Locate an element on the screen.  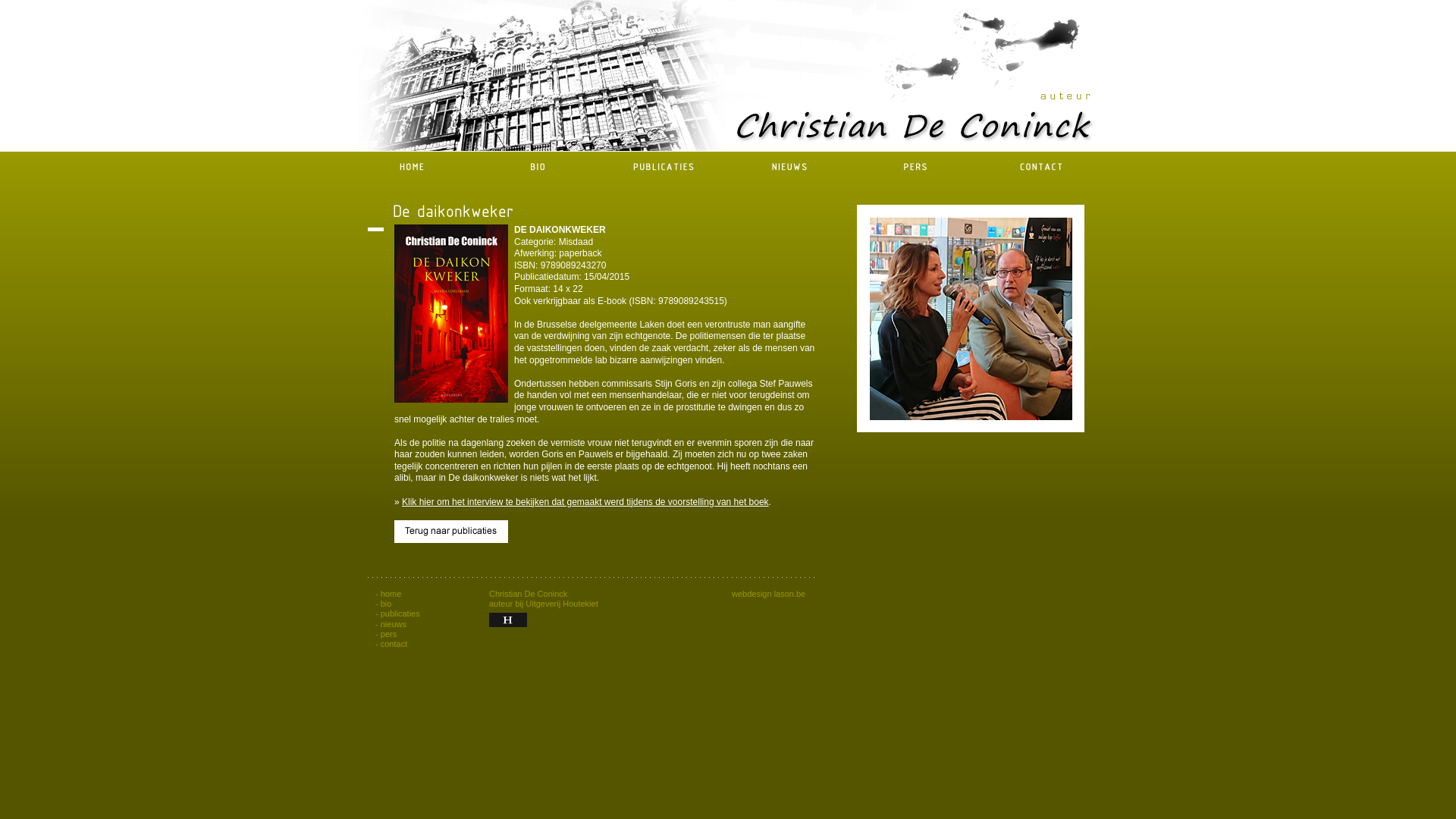
'home' is located at coordinates (391, 593).